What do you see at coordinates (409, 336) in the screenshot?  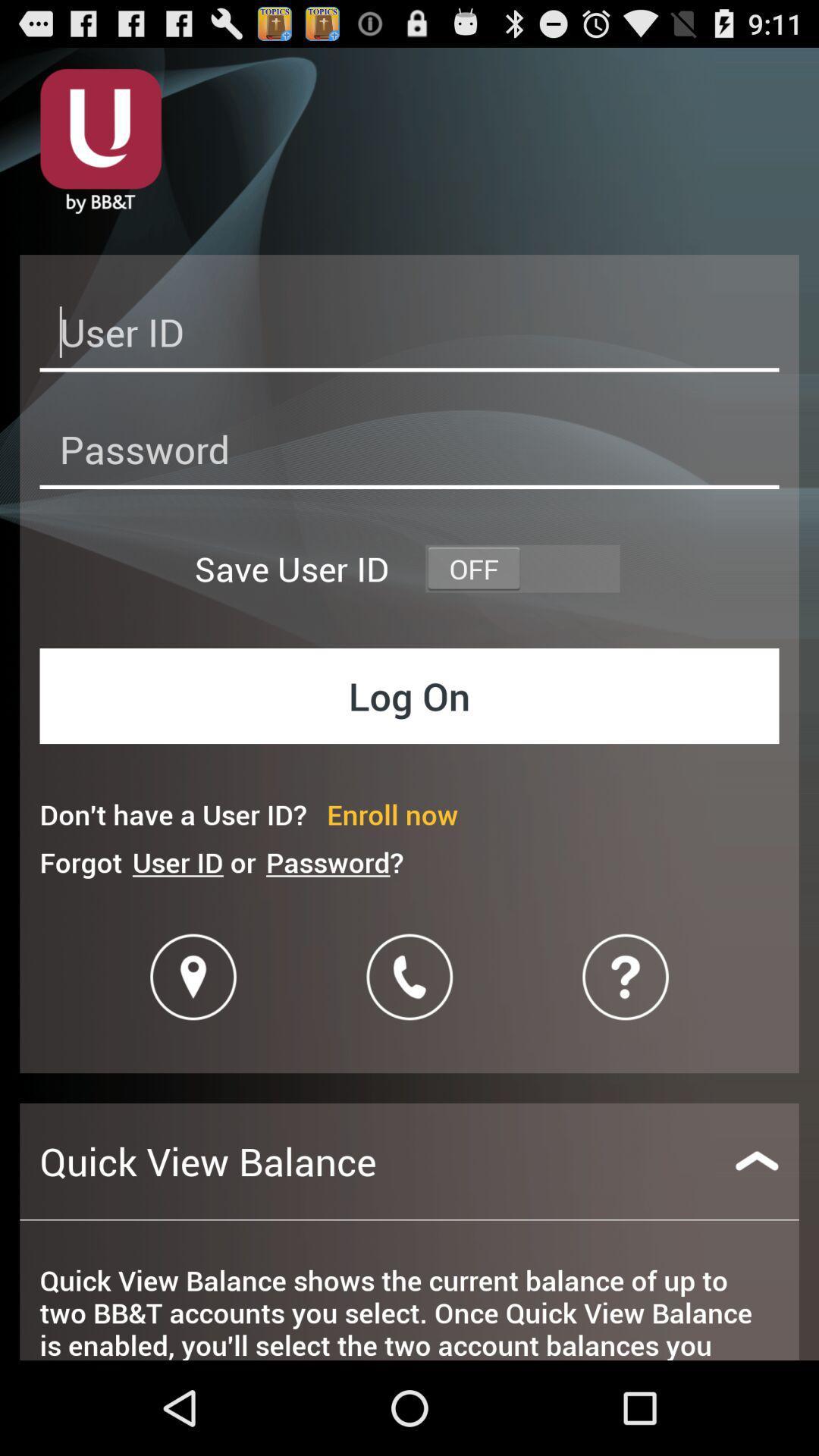 I see `the userid` at bounding box center [409, 336].